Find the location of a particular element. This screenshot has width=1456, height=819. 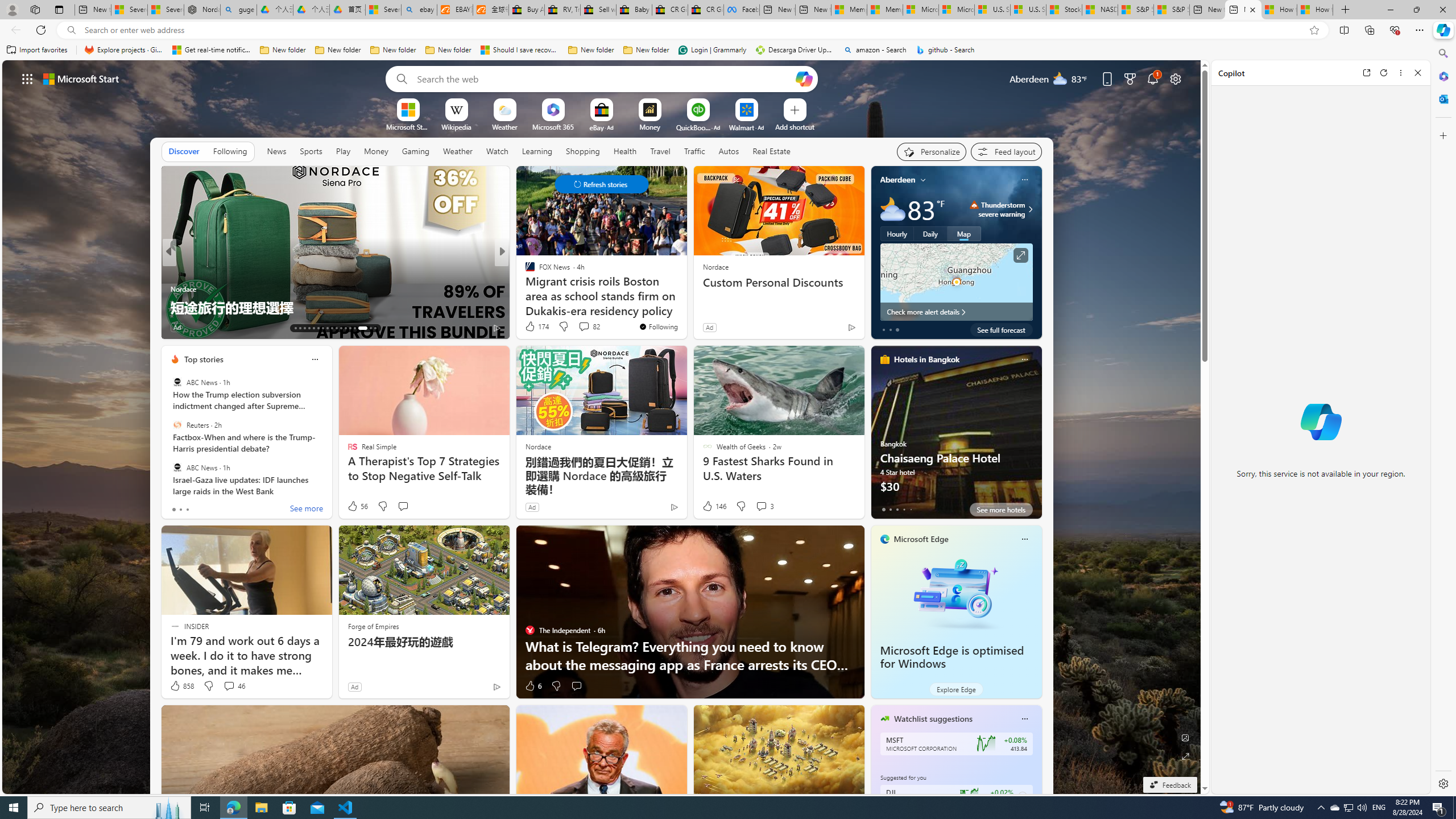

'Start the conversation' is located at coordinates (576, 686).